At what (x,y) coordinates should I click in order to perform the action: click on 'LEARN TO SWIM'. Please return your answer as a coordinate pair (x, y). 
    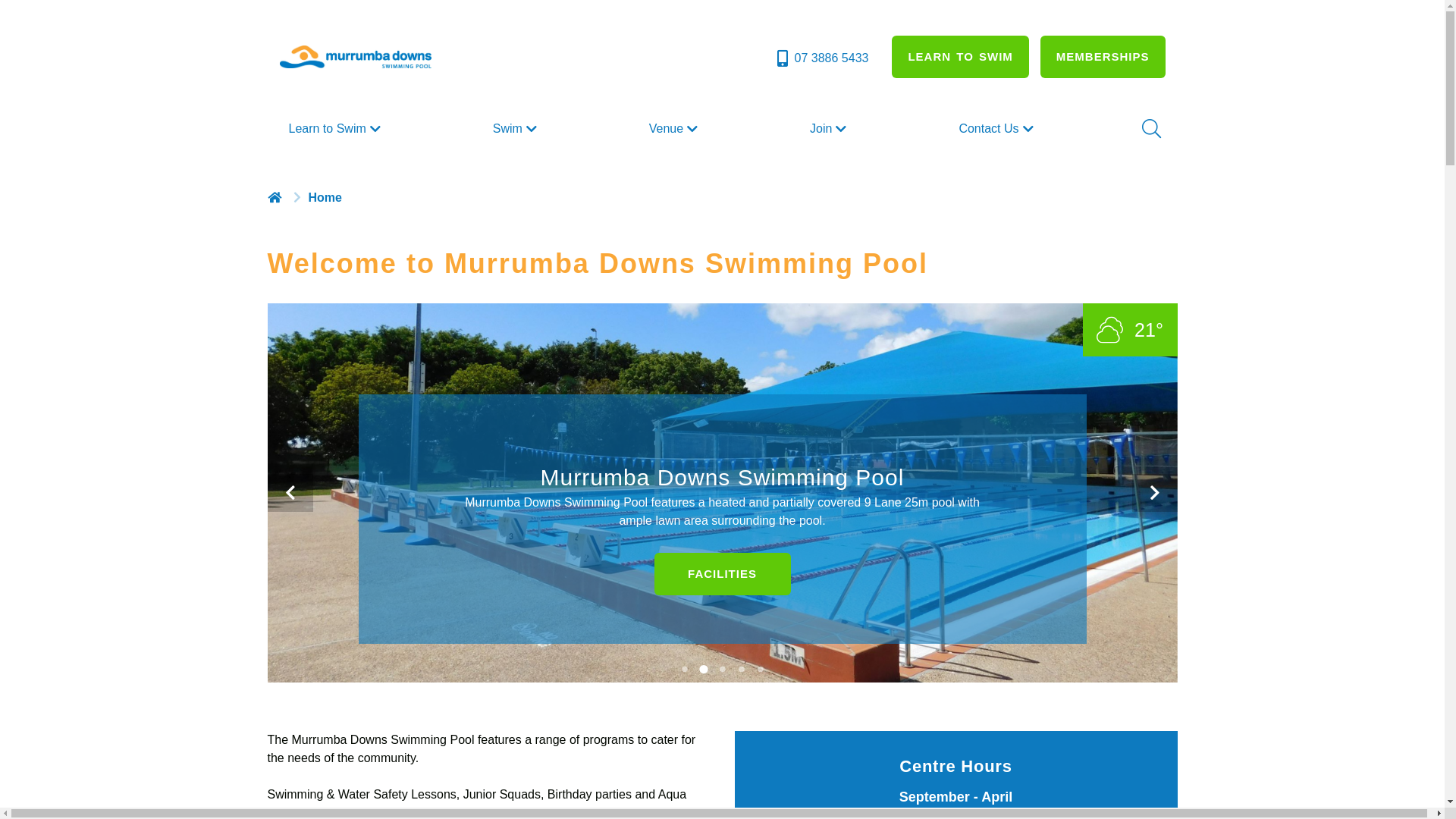
    Looking at the image, I should click on (892, 55).